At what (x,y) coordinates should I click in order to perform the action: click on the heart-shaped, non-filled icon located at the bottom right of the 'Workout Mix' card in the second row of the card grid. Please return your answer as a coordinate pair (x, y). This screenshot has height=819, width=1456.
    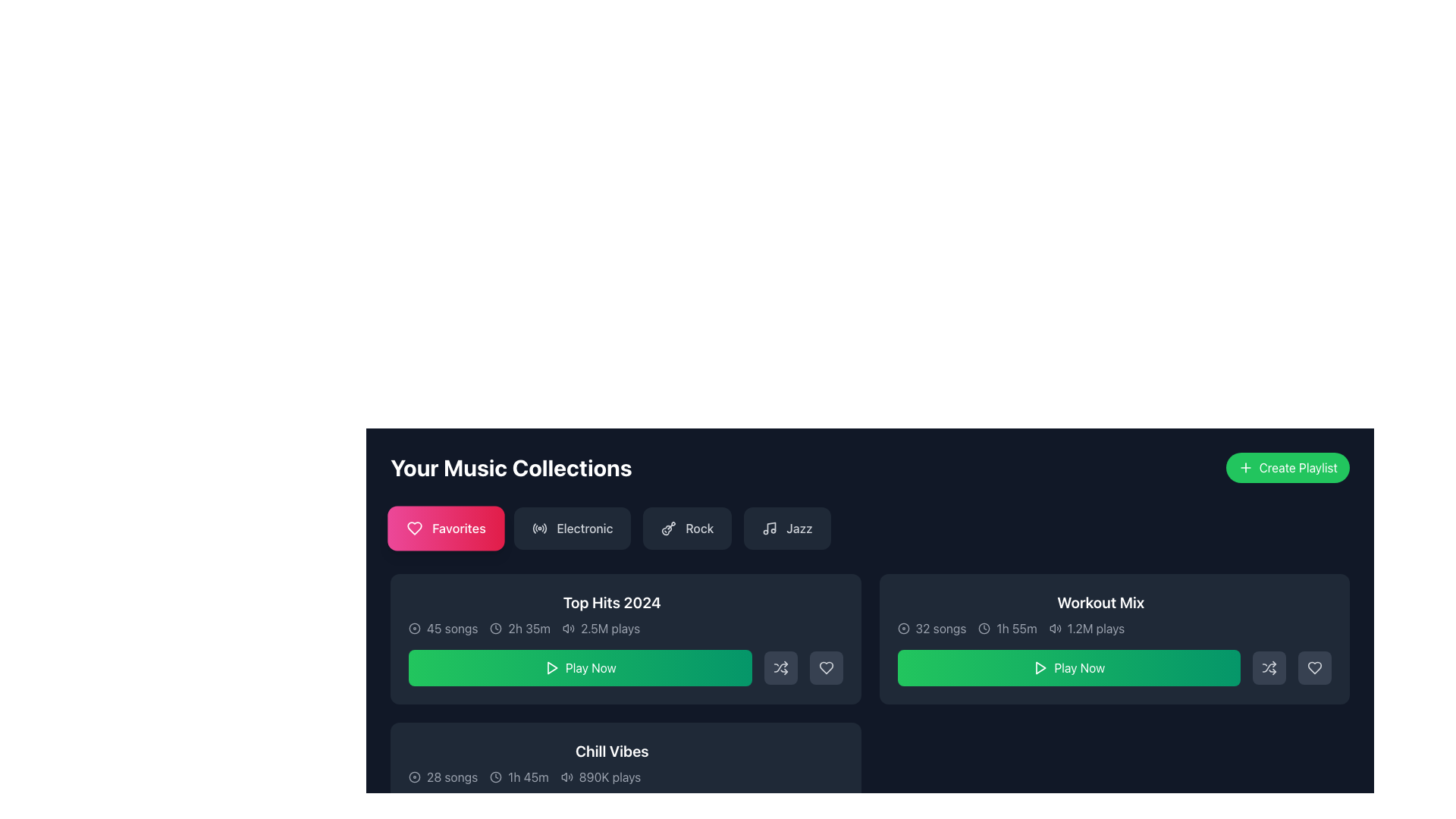
    Looking at the image, I should click on (825, 667).